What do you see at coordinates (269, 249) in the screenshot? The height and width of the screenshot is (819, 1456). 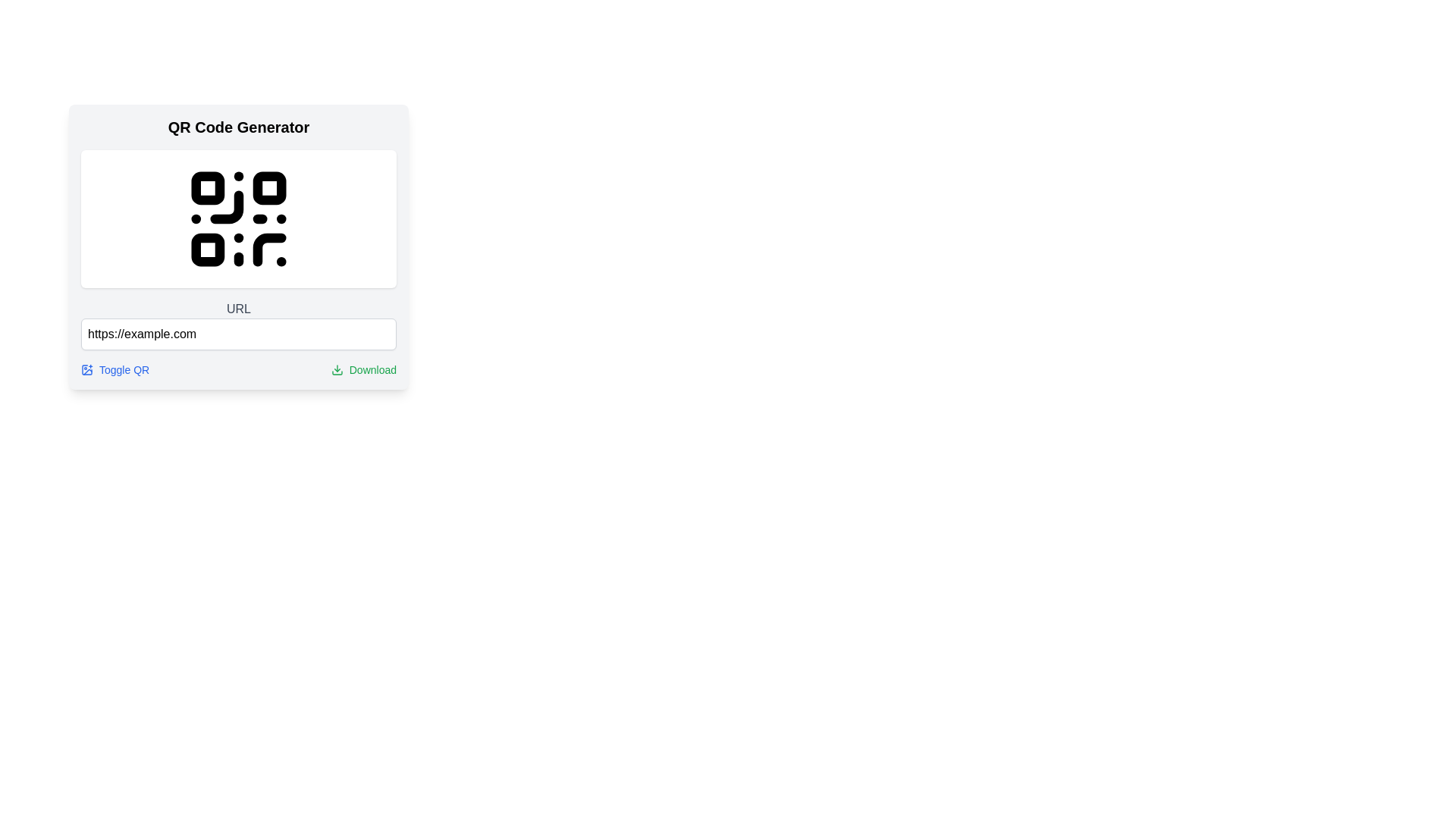 I see `the Curve element, which is a curved line segment located centrally within the bottom-right square of the QR code graphic` at bounding box center [269, 249].